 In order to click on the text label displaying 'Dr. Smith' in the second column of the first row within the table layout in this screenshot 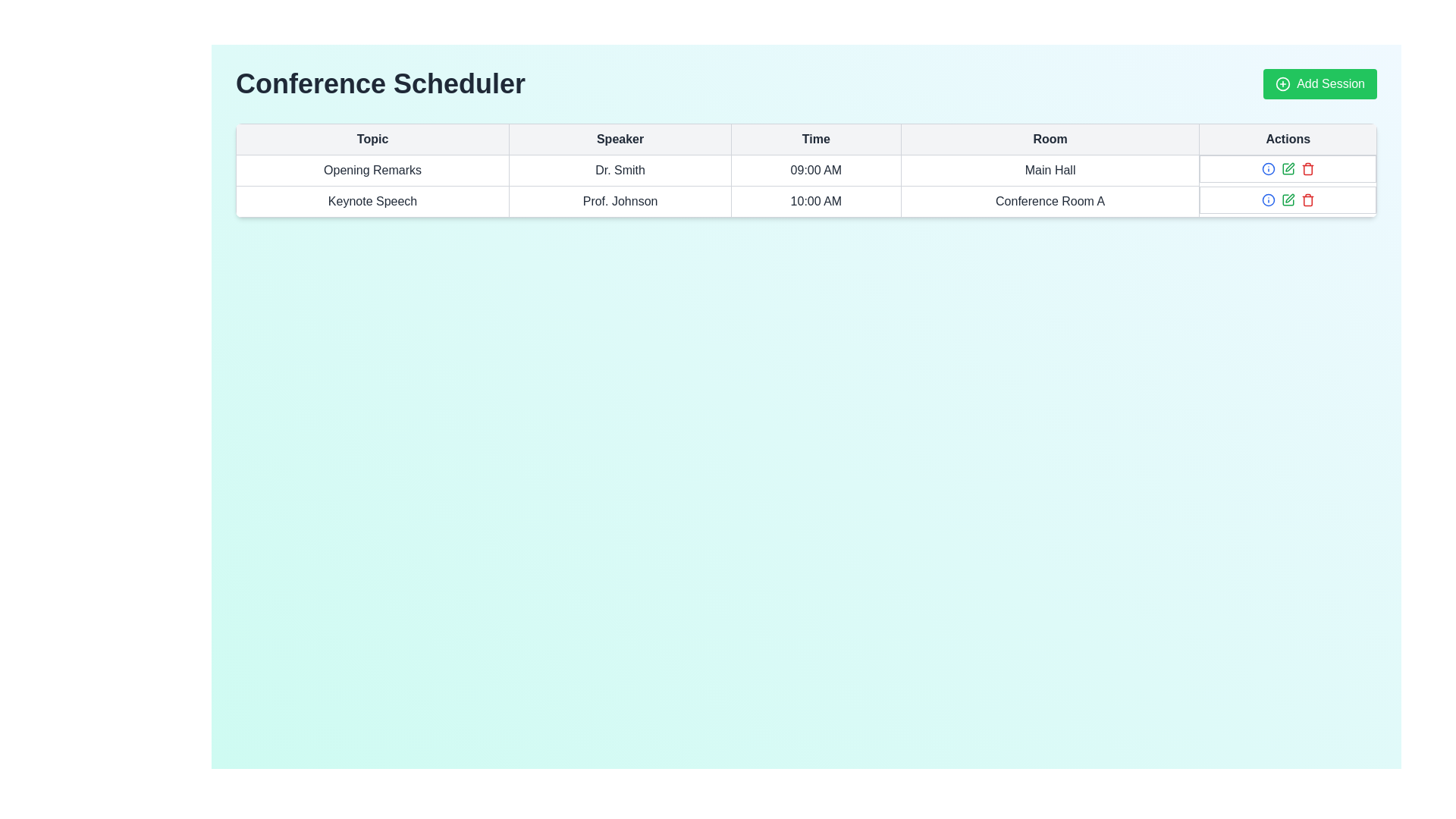, I will do `click(620, 170)`.